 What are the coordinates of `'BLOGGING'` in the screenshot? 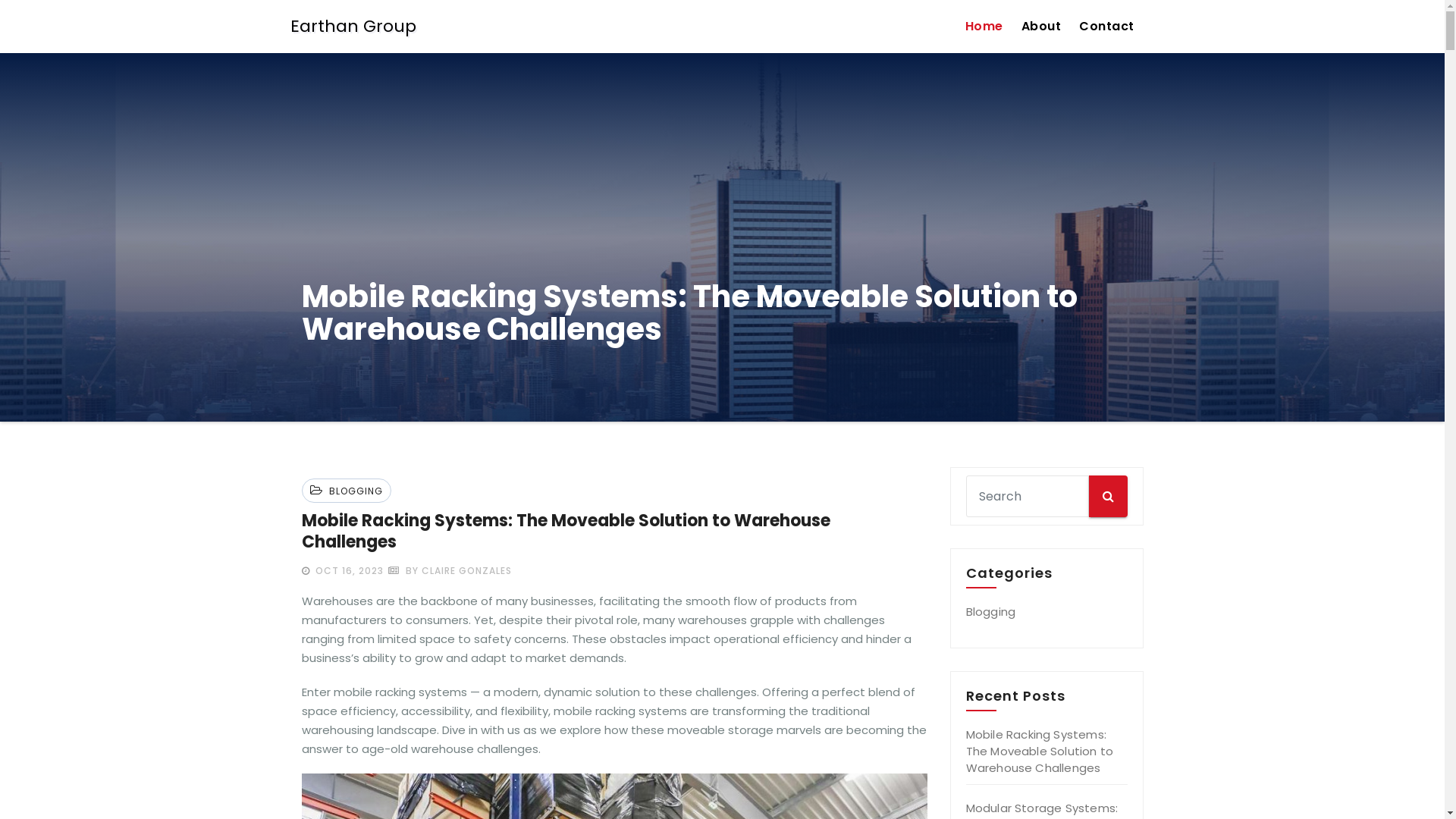 It's located at (352, 491).